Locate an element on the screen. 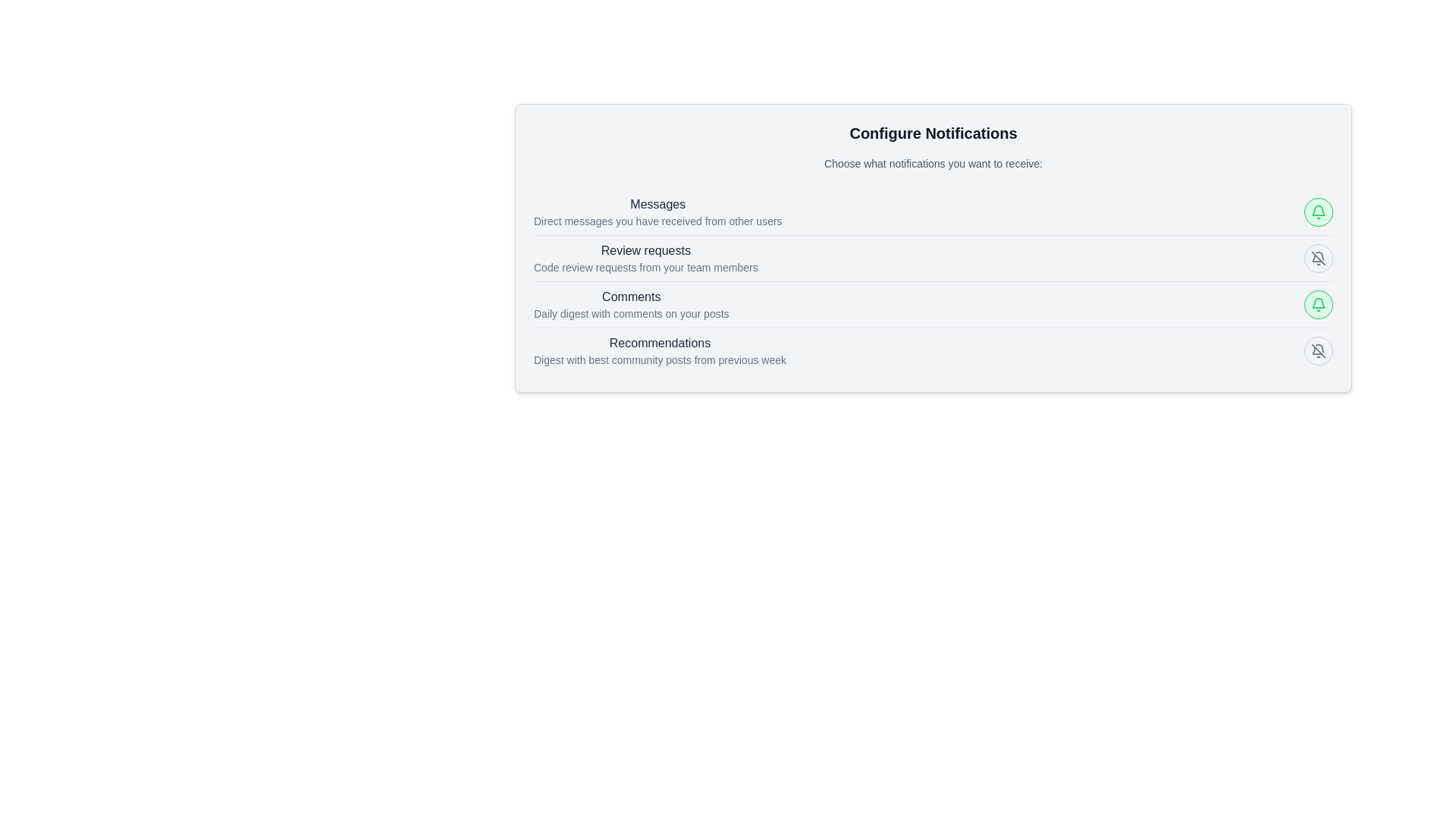  the text label that contains 'Daily digest with comments on your posts', which is styled in gray and located directly below the 'Comments' heading is located at coordinates (631, 312).